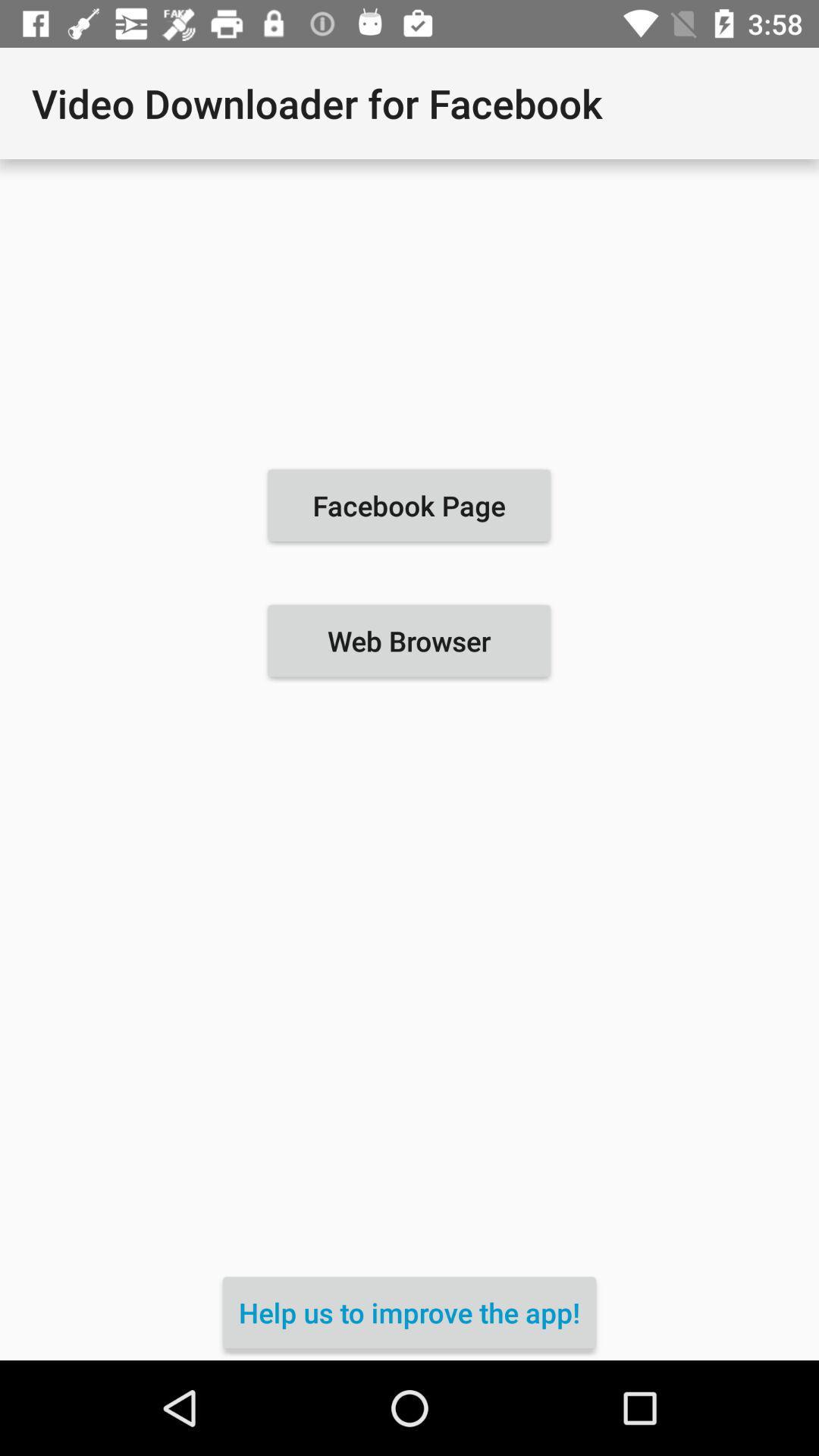 This screenshot has height=1456, width=819. Describe the element at coordinates (408, 505) in the screenshot. I see `the facebook page icon` at that location.